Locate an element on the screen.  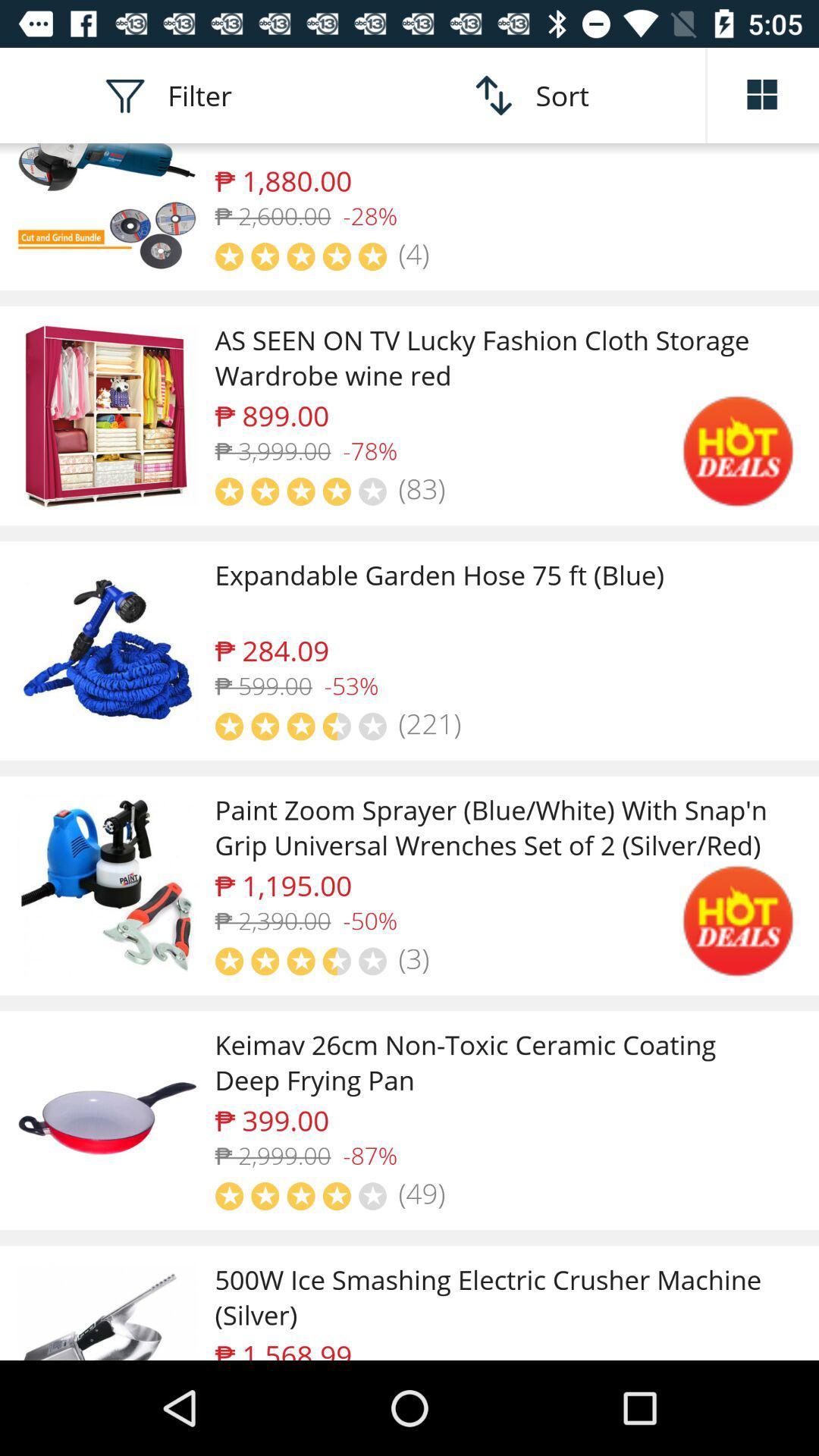
check menu is located at coordinates (763, 94).